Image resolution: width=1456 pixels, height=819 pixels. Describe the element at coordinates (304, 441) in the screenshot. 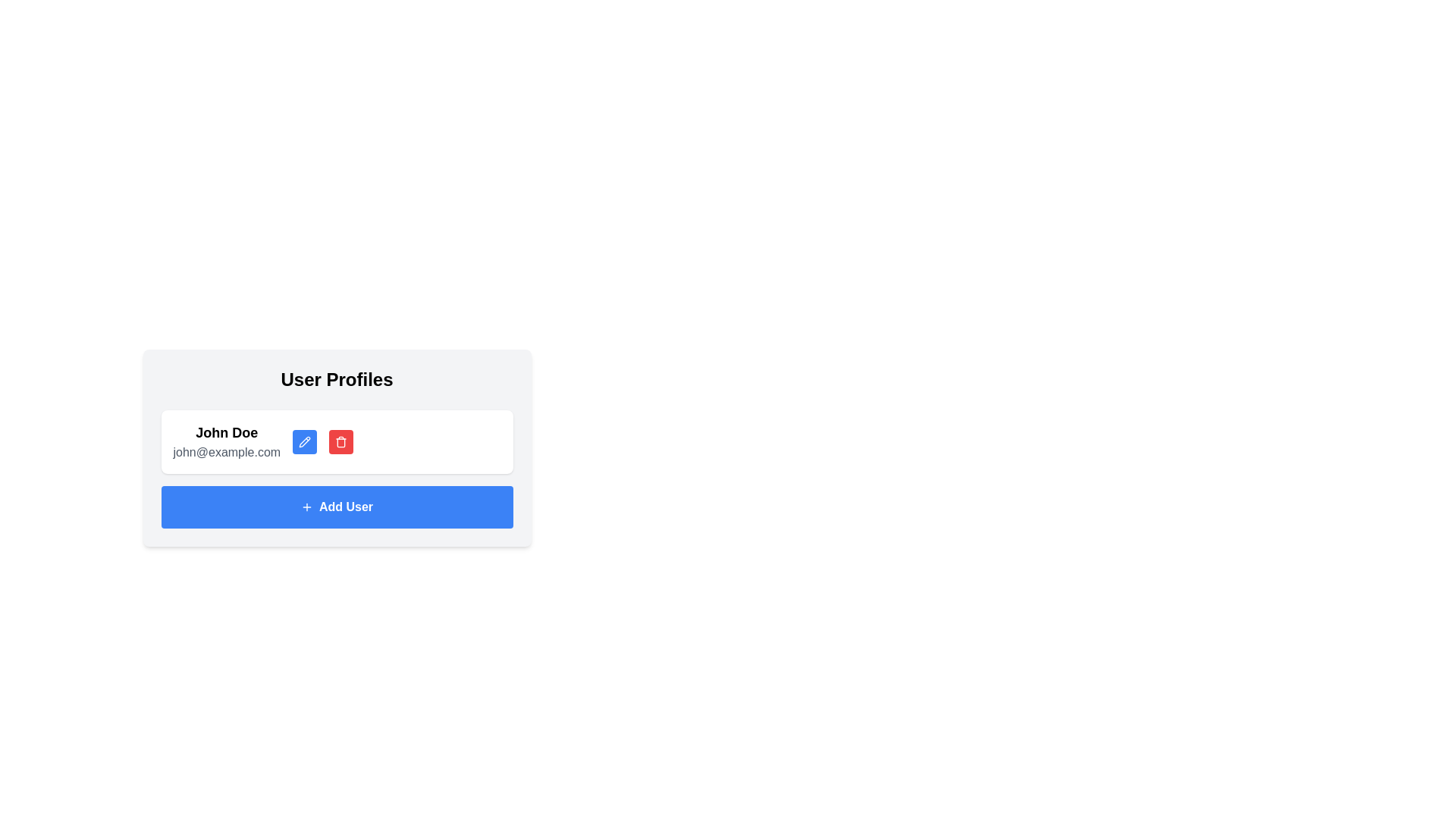

I see `the square blue button with a pencil icon located to the right of 'John Doe'` at that location.